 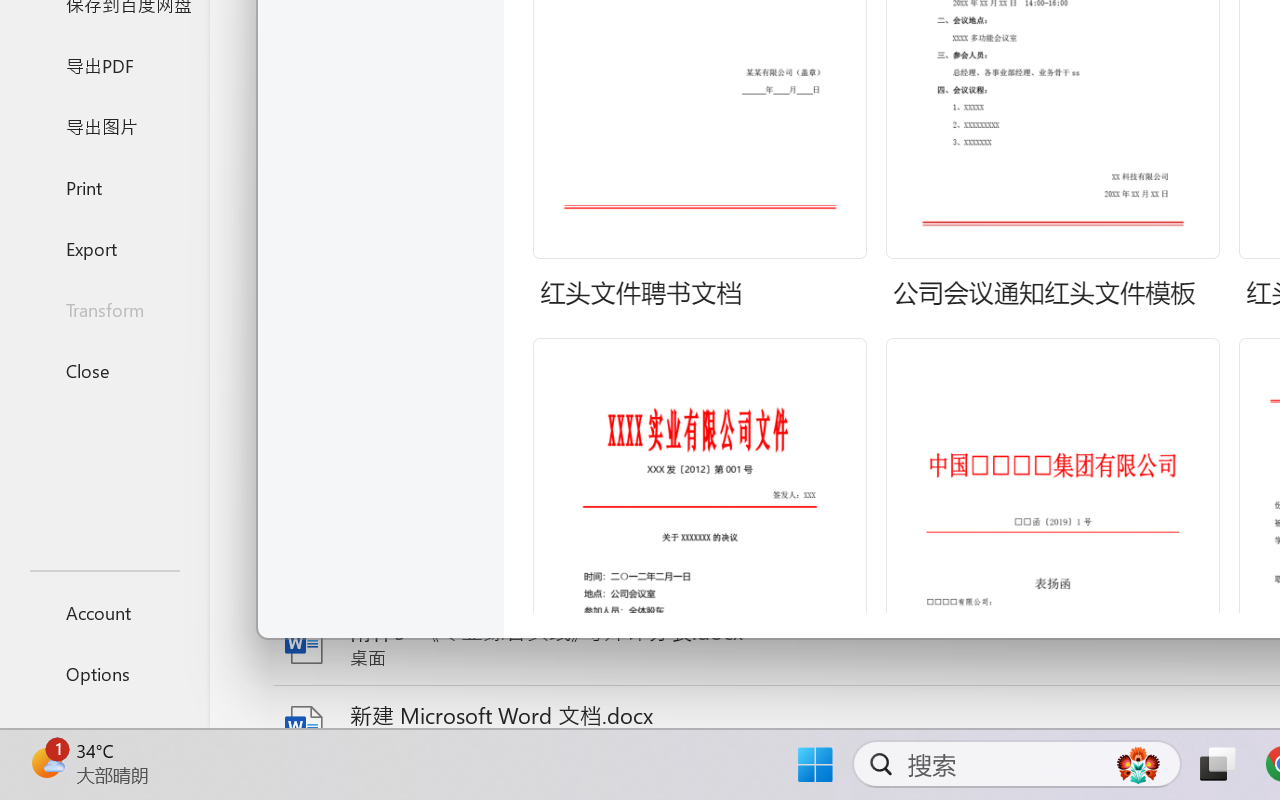 What do you see at coordinates (1138, 764) in the screenshot?
I see `'AutomationID: DynamicSearchBoxGleamImage'` at bounding box center [1138, 764].